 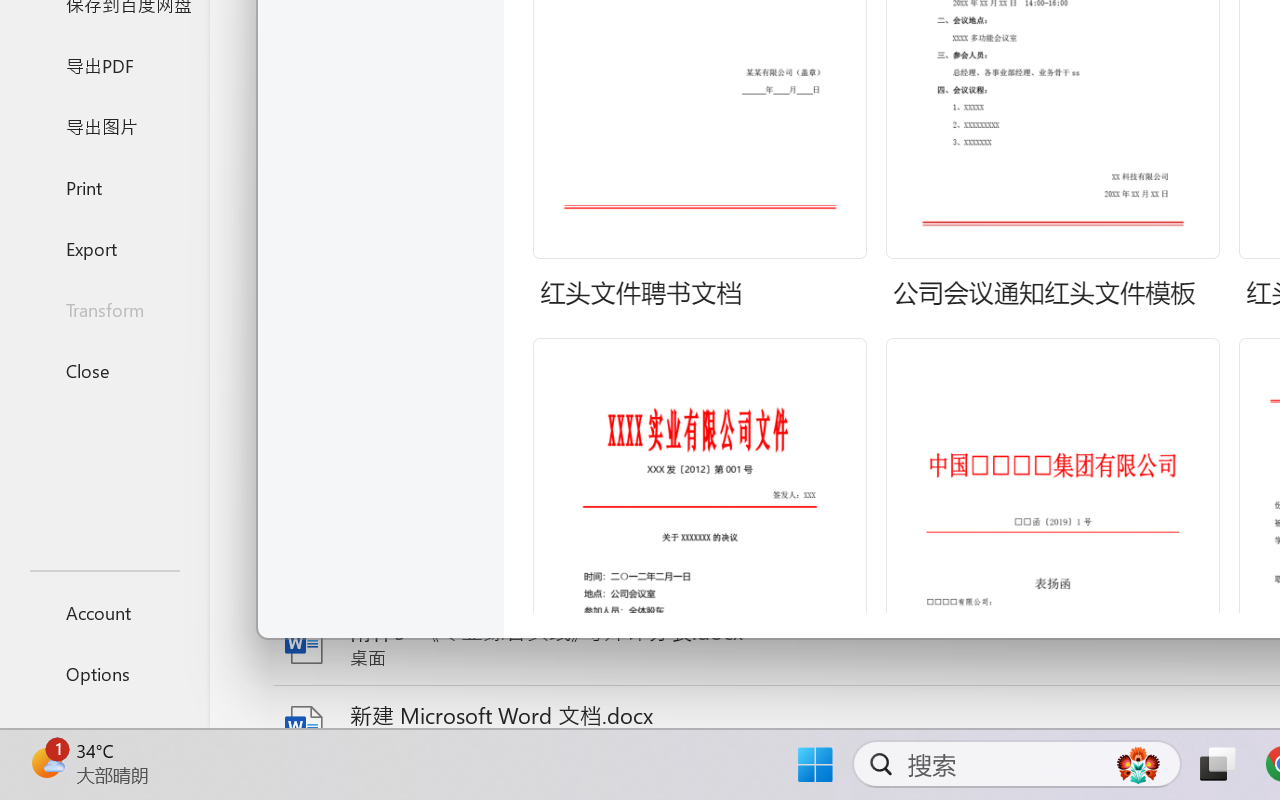 What do you see at coordinates (1138, 764) in the screenshot?
I see `'AutomationID: DynamicSearchBoxGleamImage'` at bounding box center [1138, 764].